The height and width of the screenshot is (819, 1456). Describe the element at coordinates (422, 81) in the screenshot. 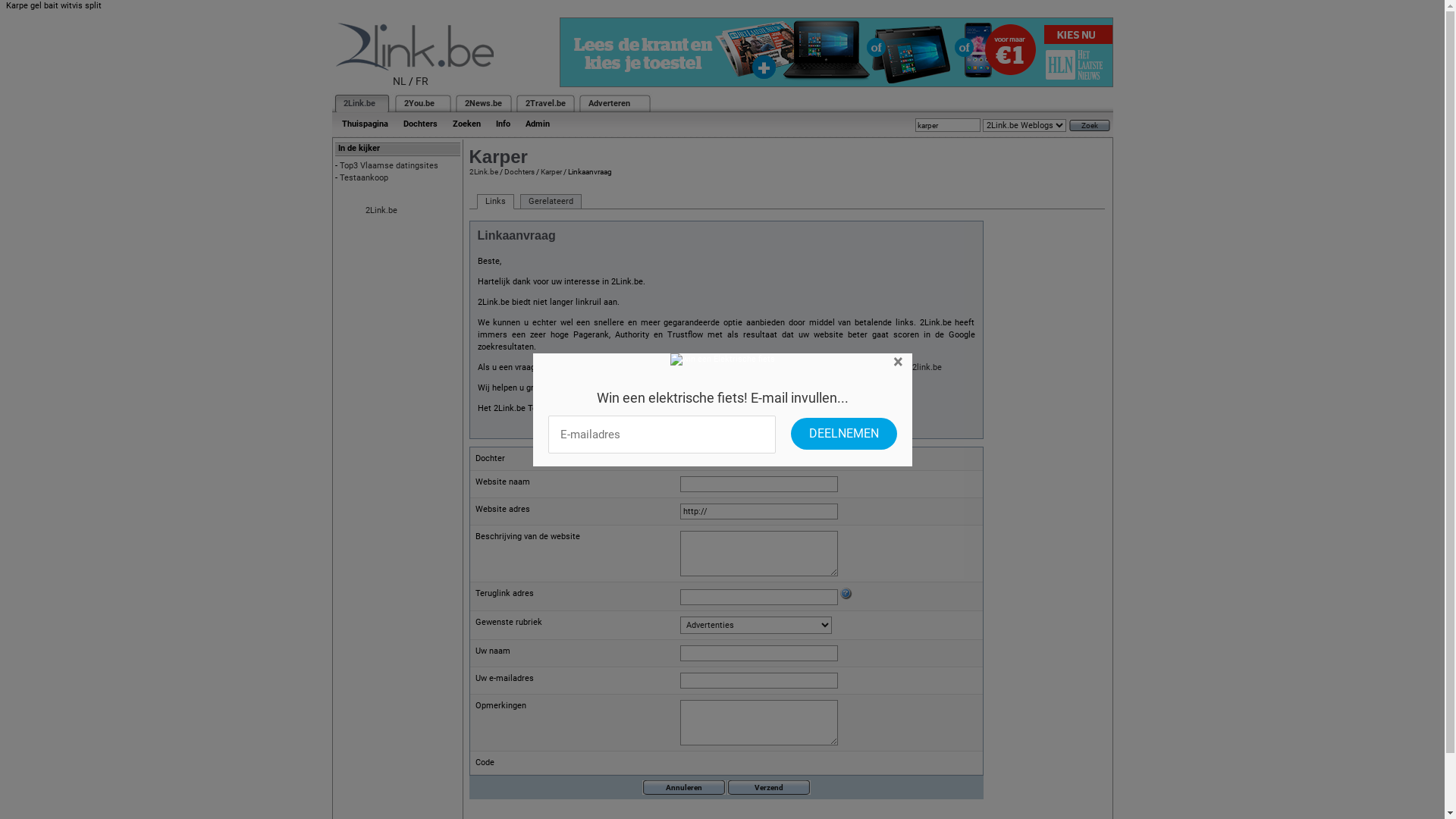

I see `'FR'` at that location.